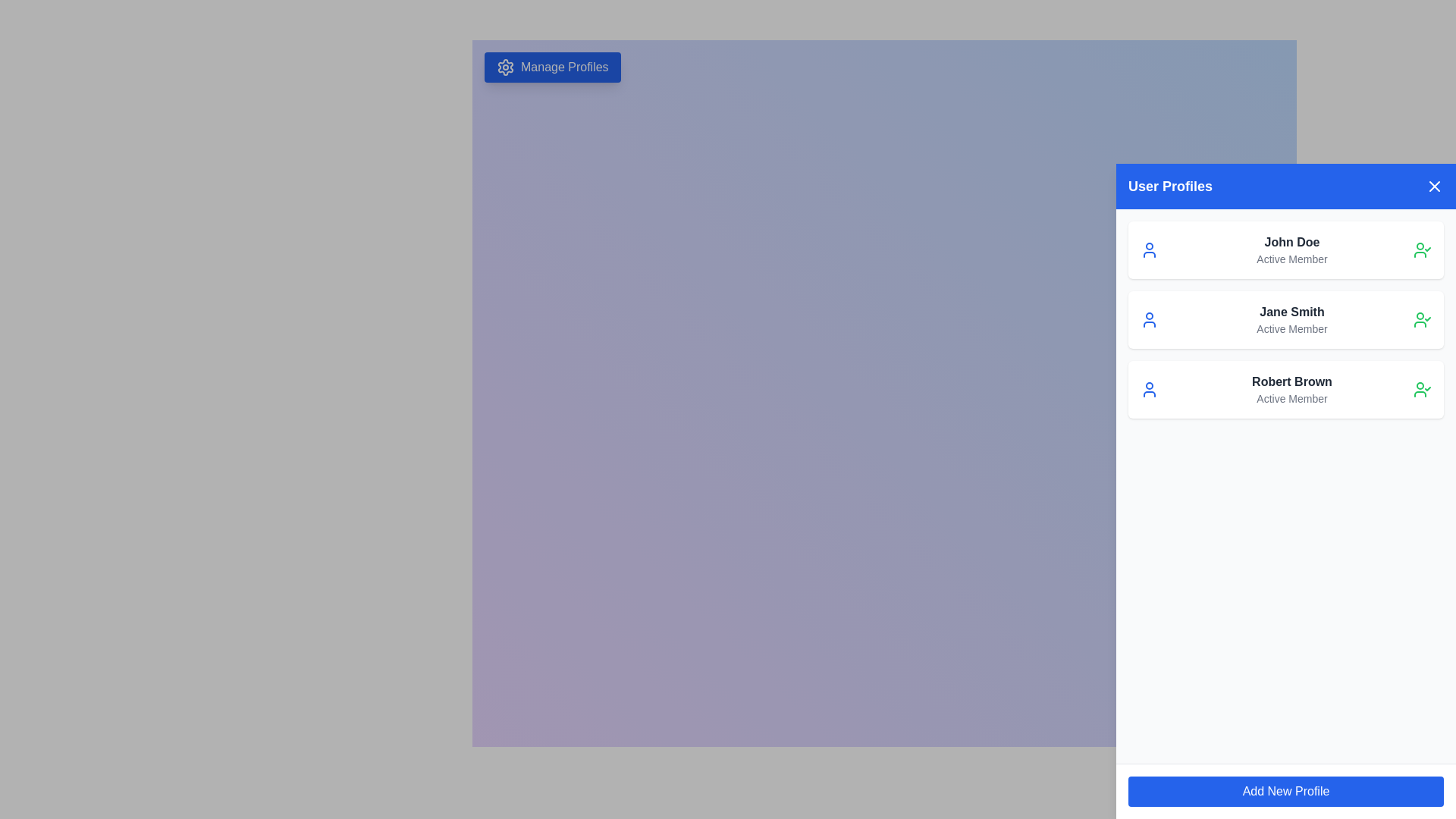 The width and height of the screenshot is (1456, 819). I want to click on the 'Jane Smith' text element located centrally in the user profile section, so click(1291, 312).